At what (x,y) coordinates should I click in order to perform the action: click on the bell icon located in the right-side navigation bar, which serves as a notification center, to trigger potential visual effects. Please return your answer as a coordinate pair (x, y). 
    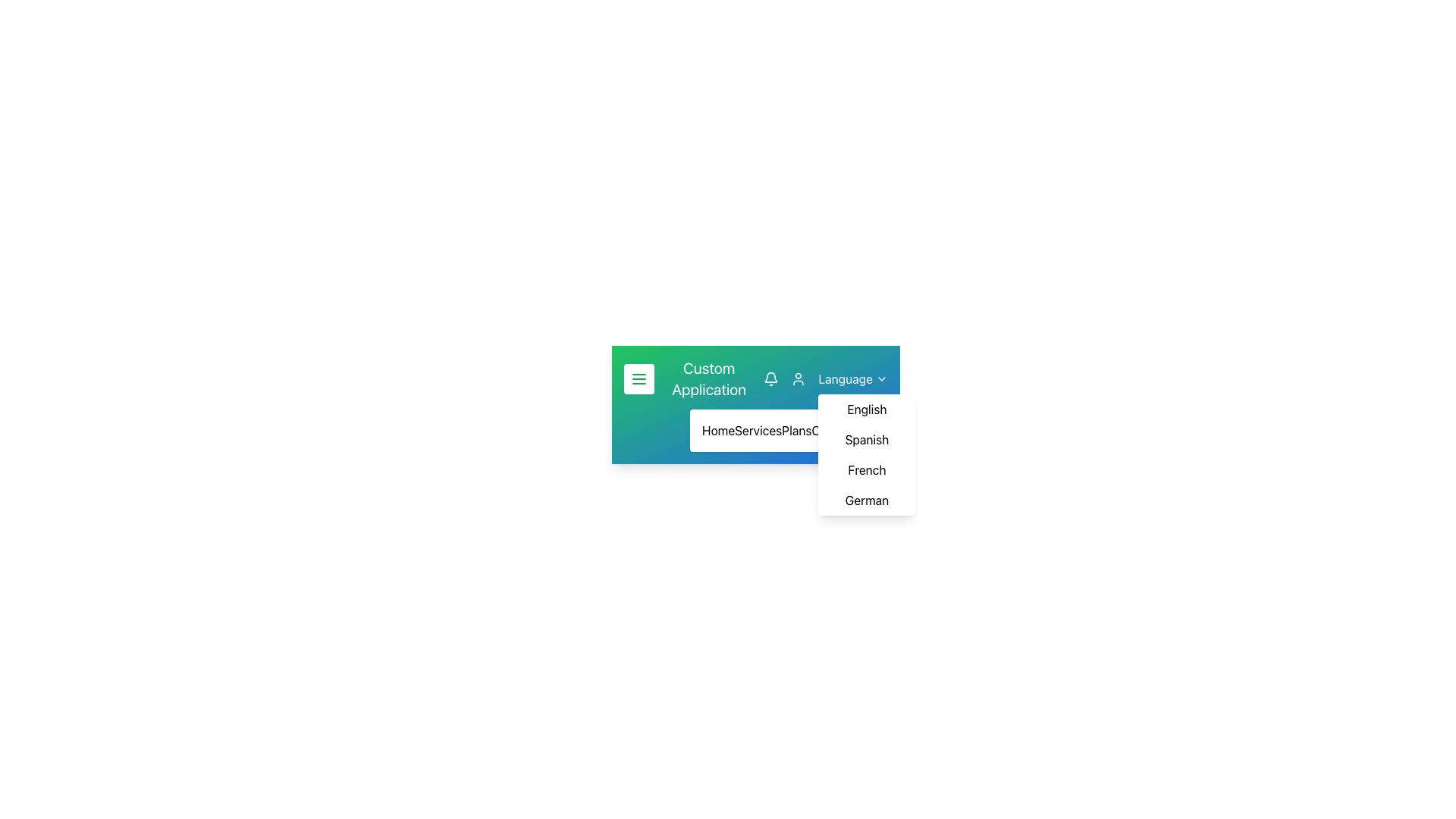
    Looking at the image, I should click on (771, 378).